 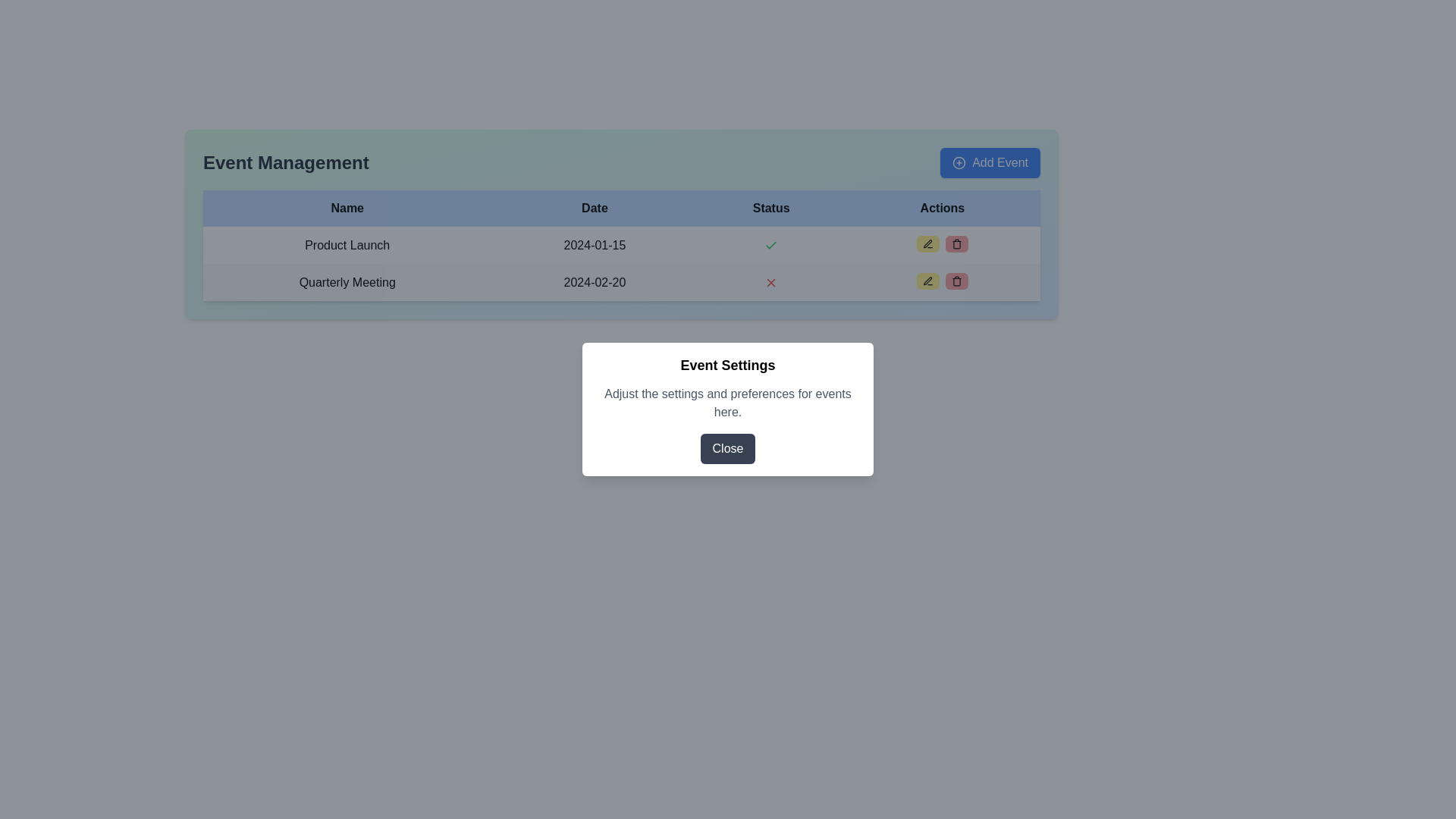 I want to click on the first row of the Event Management table displaying the scheduled event 'Product Launch', so click(x=622, y=244).